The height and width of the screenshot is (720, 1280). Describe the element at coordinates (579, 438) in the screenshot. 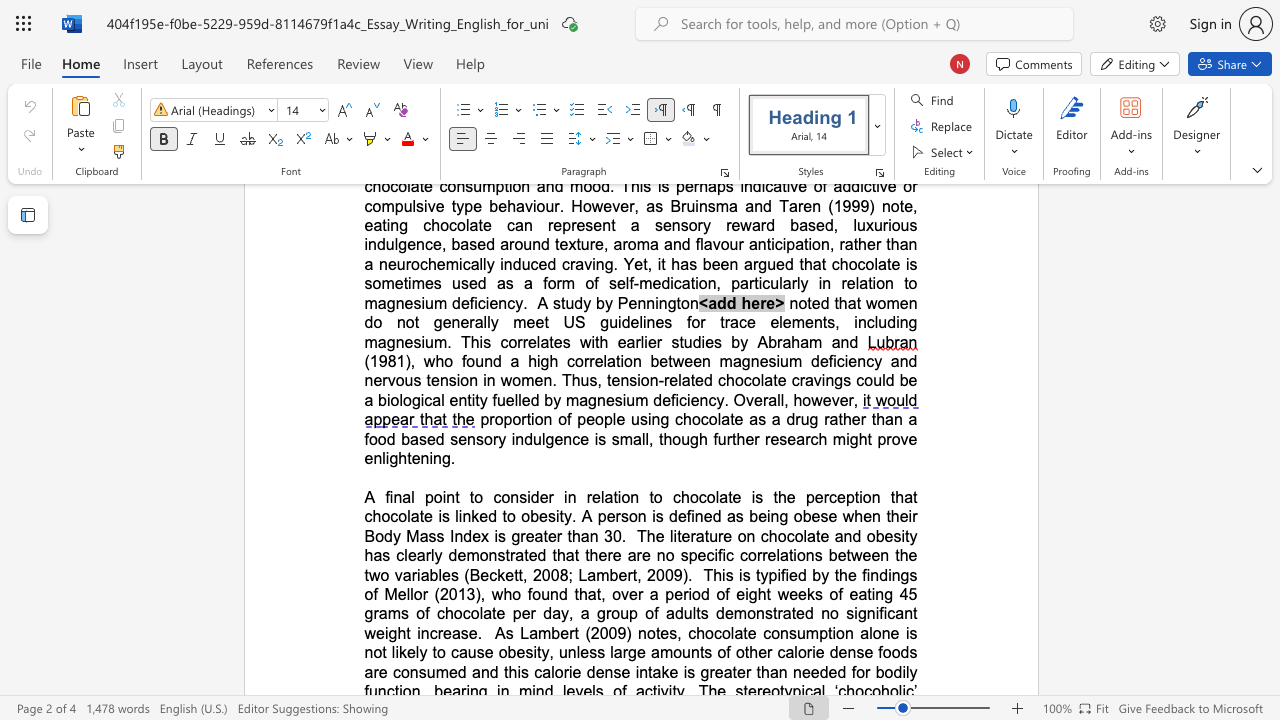

I see `the subset text "e is small, though further r" within the text "proportion of people using chocolate as a drug rather than a food based sensory indulgence is small, though further research might prove enlightening."` at that location.